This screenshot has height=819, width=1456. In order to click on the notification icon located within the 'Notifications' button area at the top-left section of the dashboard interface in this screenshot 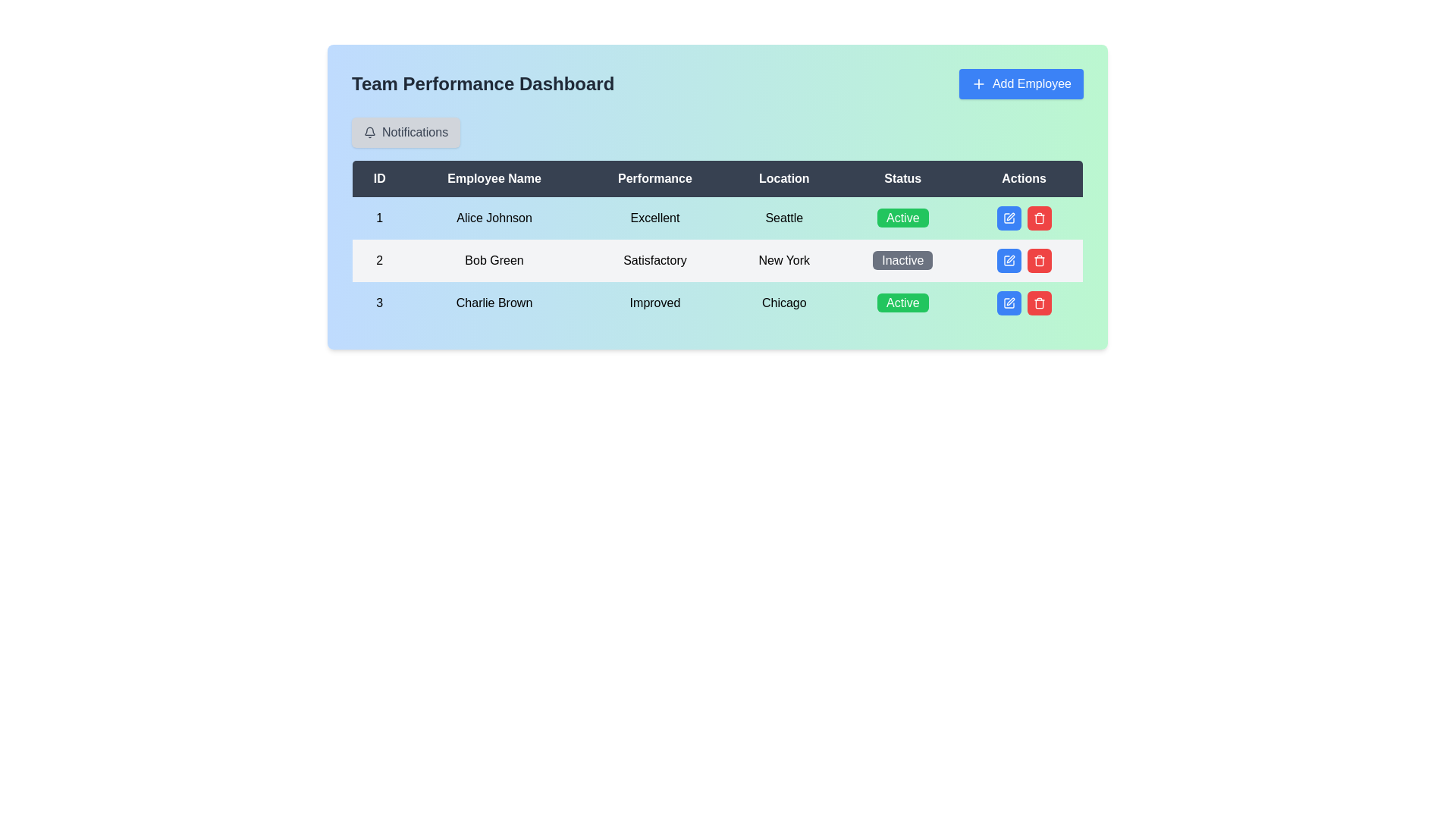, I will do `click(370, 130)`.